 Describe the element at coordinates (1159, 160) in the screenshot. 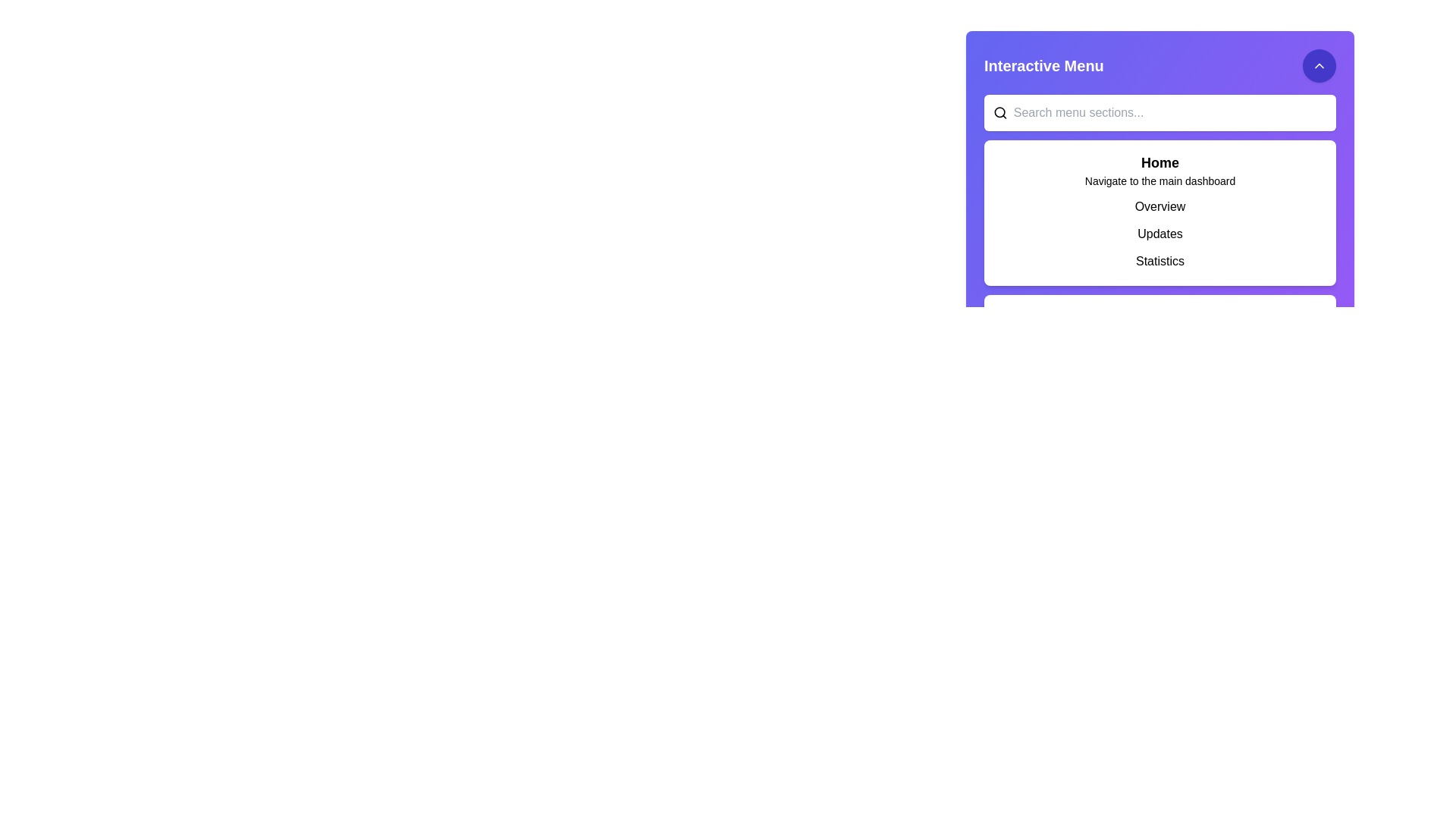

I see `the 'Home' clickable card in the vertical menu on the right` at that location.